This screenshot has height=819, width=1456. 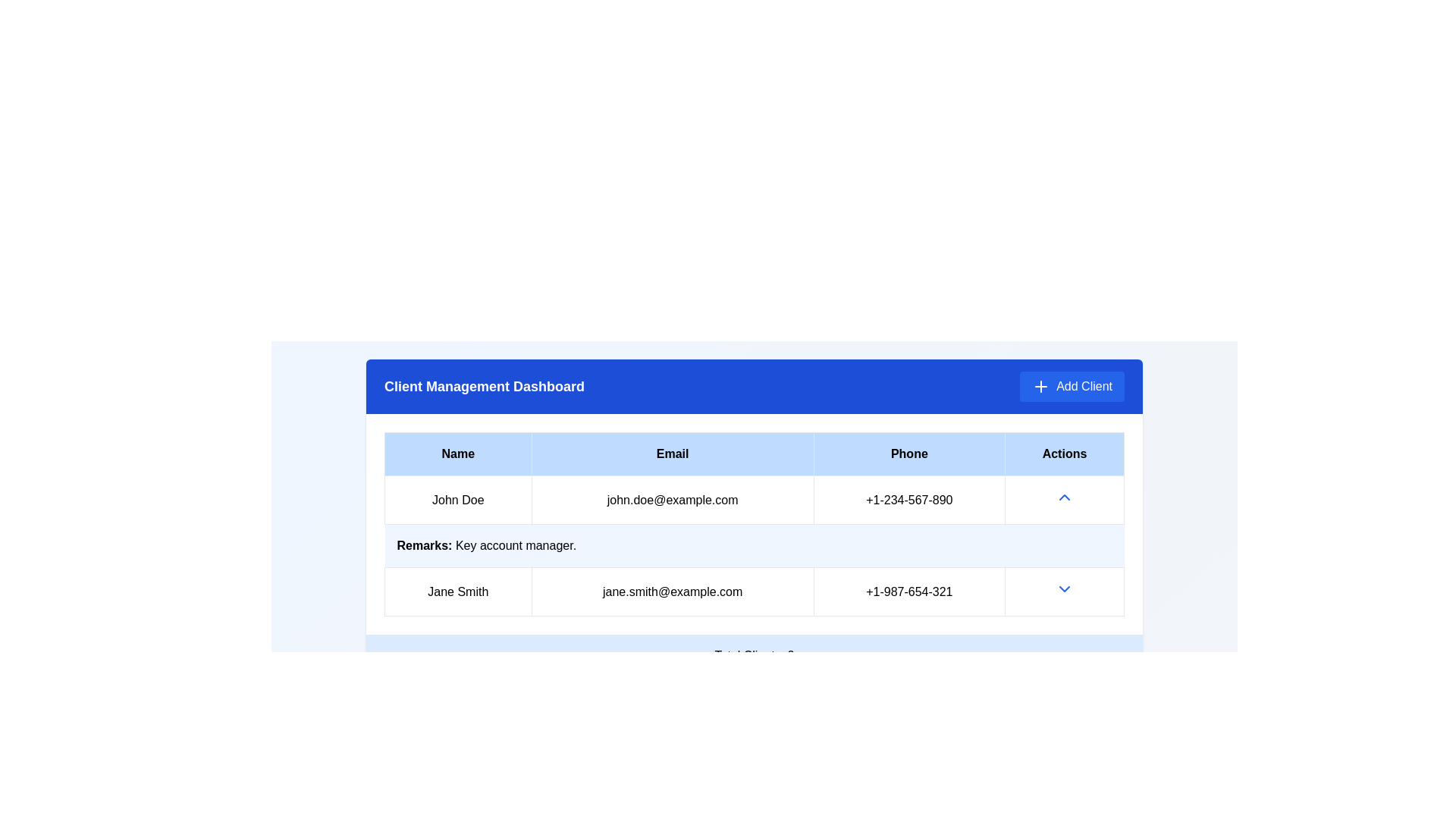 What do you see at coordinates (672, 453) in the screenshot?
I see `the 'Email' header label in the second column of the data table, which is positioned between the 'Name' and 'Phone' headers` at bounding box center [672, 453].